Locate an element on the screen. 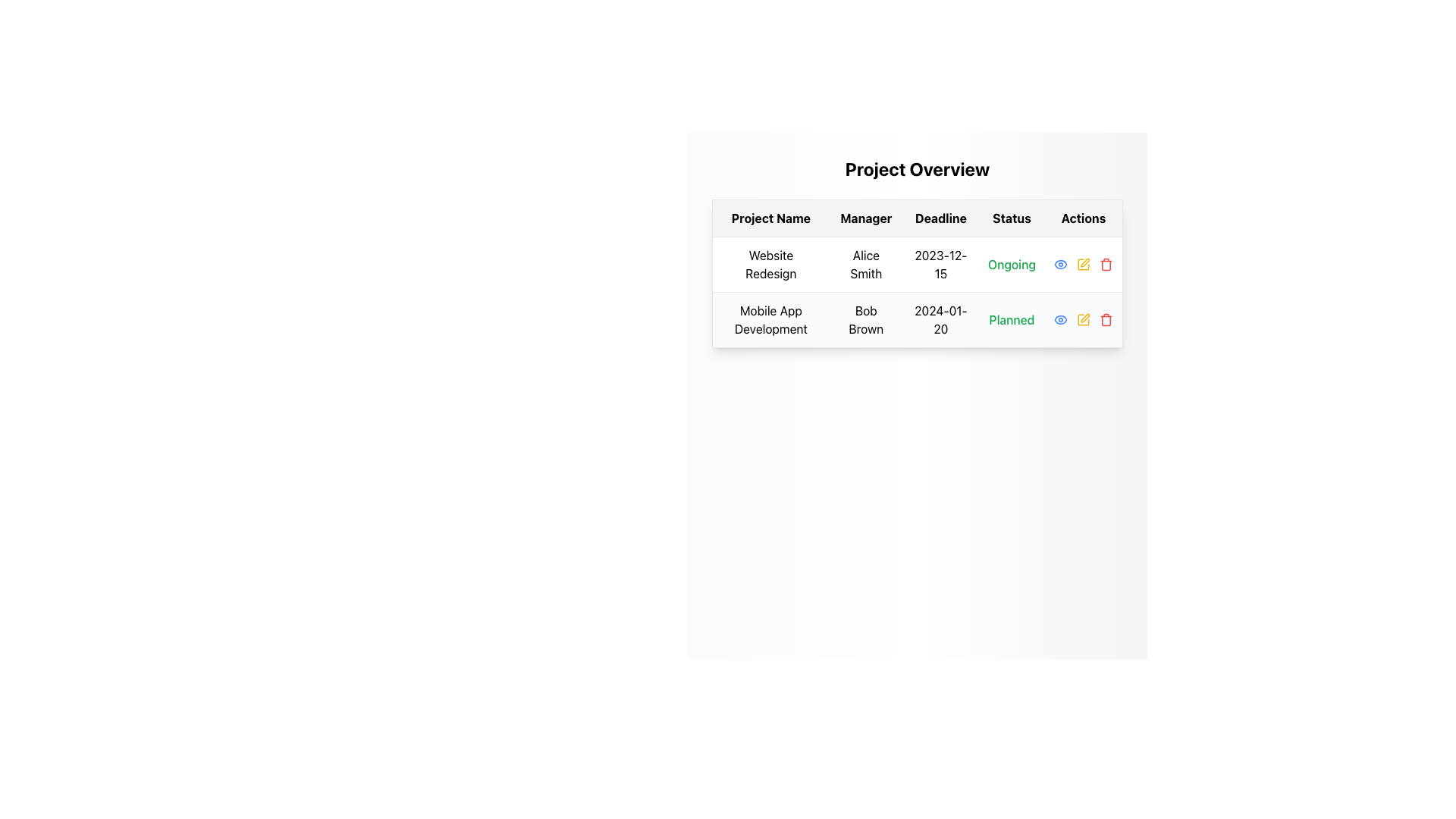 The height and width of the screenshot is (819, 1456). the first row of the table under the 'Project Overview' heading is located at coordinates (916, 263).